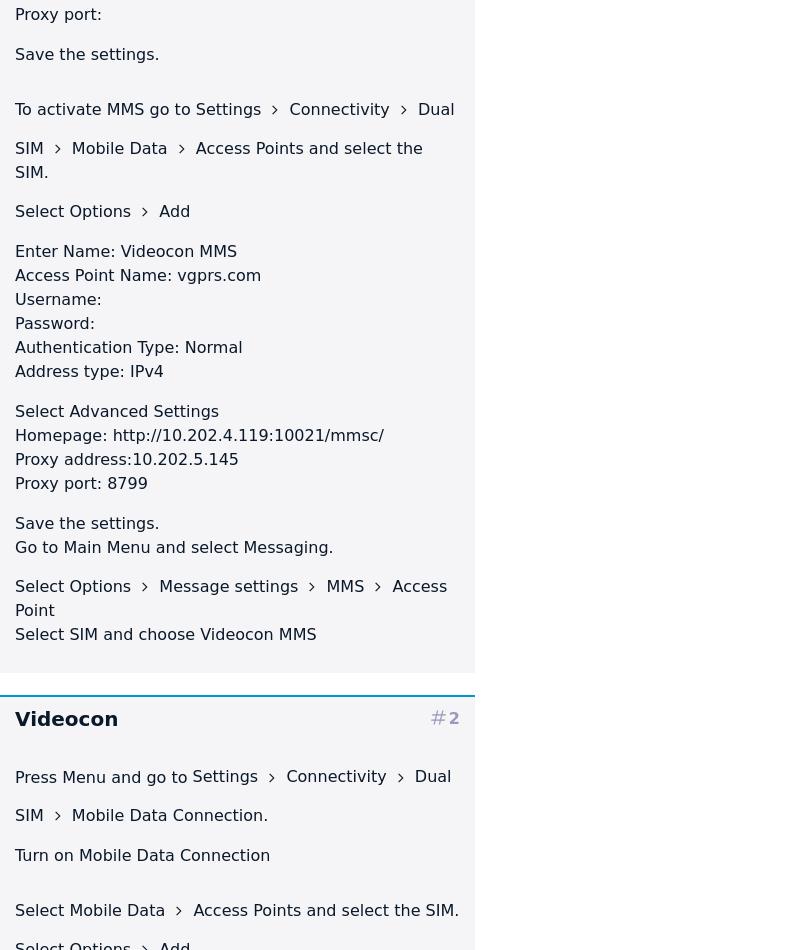  Describe the element at coordinates (453, 716) in the screenshot. I see `'2'` at that location.